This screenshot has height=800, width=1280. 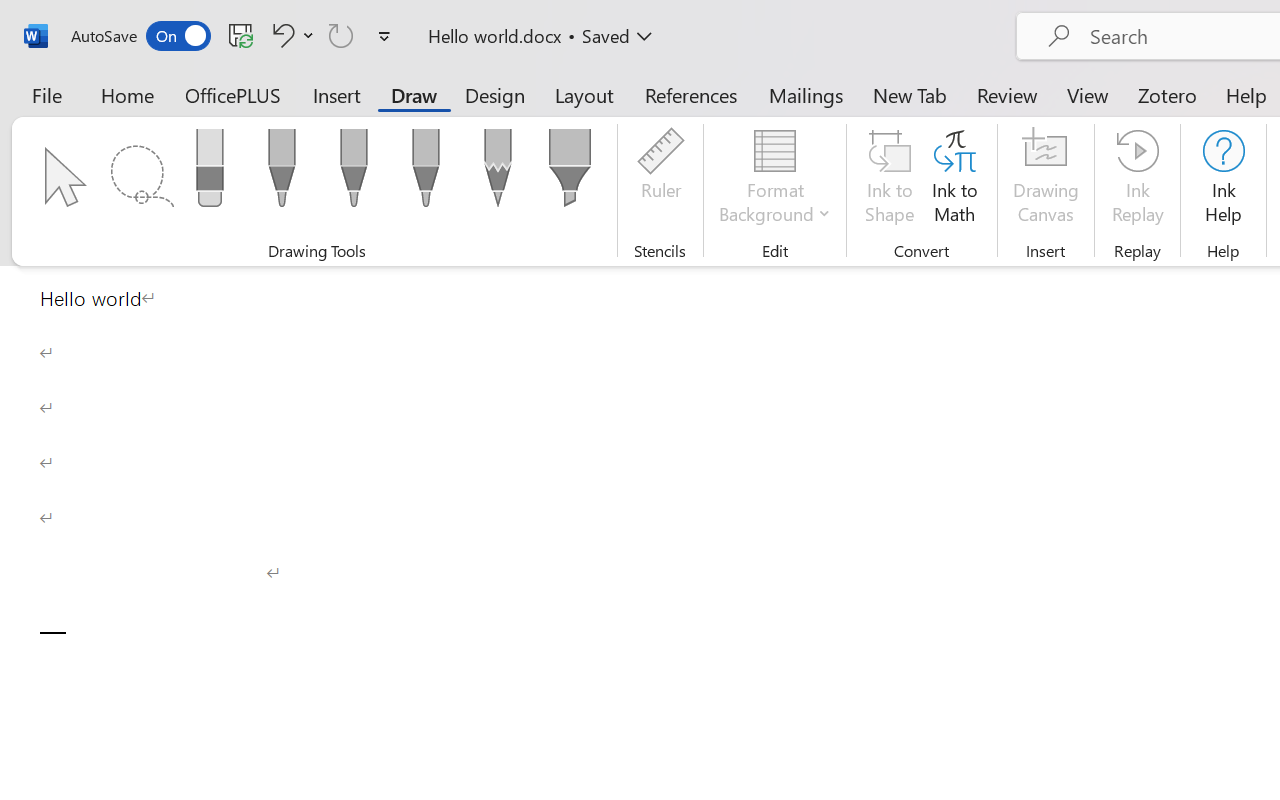 What do you see at coordinates (774, 179) in the screenshot?
I see `'Format Background'` at bounding box center [774, 179].